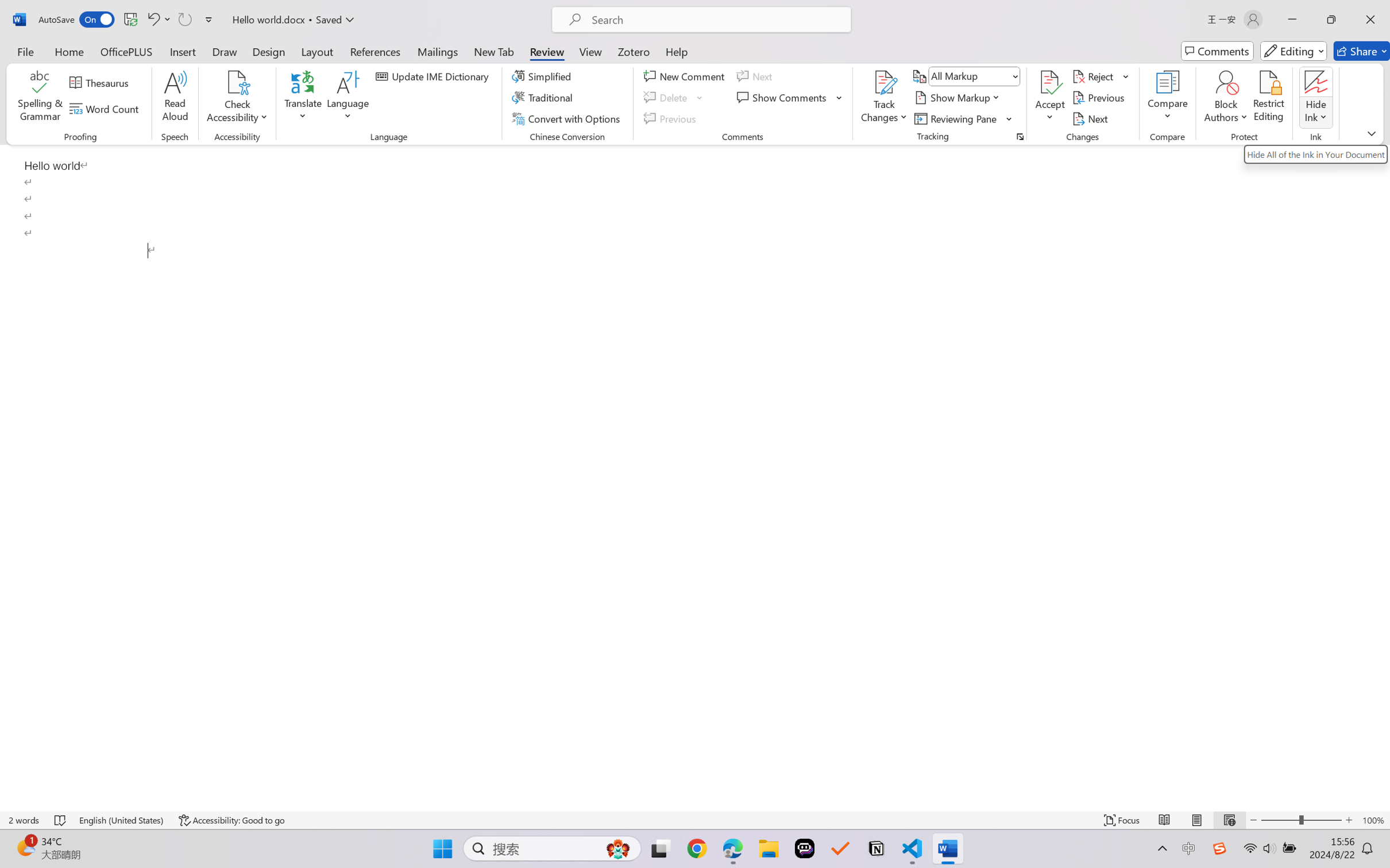 This screenshot has height=868, width=1390. I want to click on 'Spelling and Grammar Check No Errors', so click(60, 820).